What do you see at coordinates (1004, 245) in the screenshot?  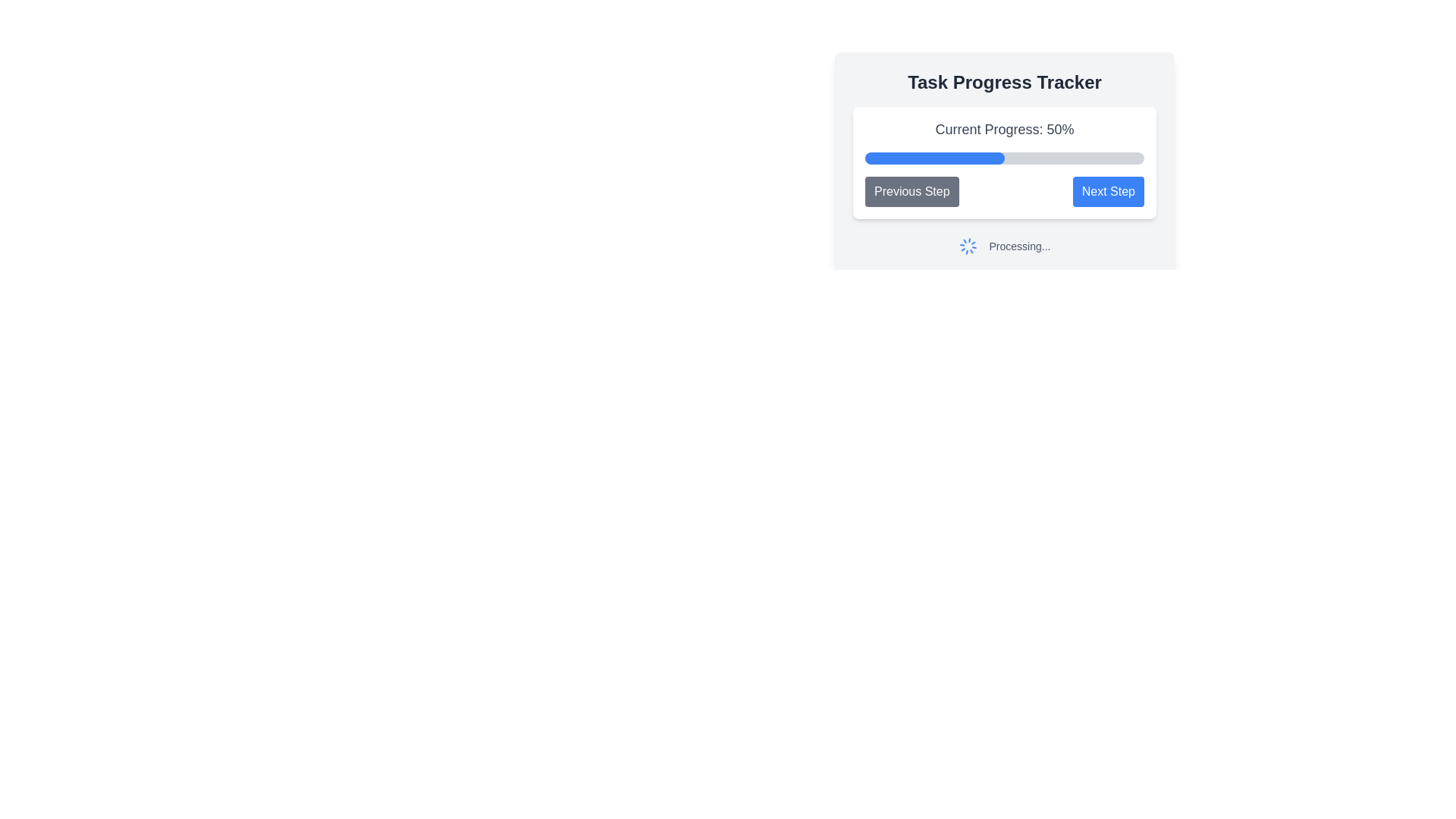 I see `the Loading Indicator displaying 'Processing...' with a spinning blue circular loader icon, which is located in the 'Task Progress Tracker' interface, centered below the progress tracker and buttons` at bounding box center [1004, 245].